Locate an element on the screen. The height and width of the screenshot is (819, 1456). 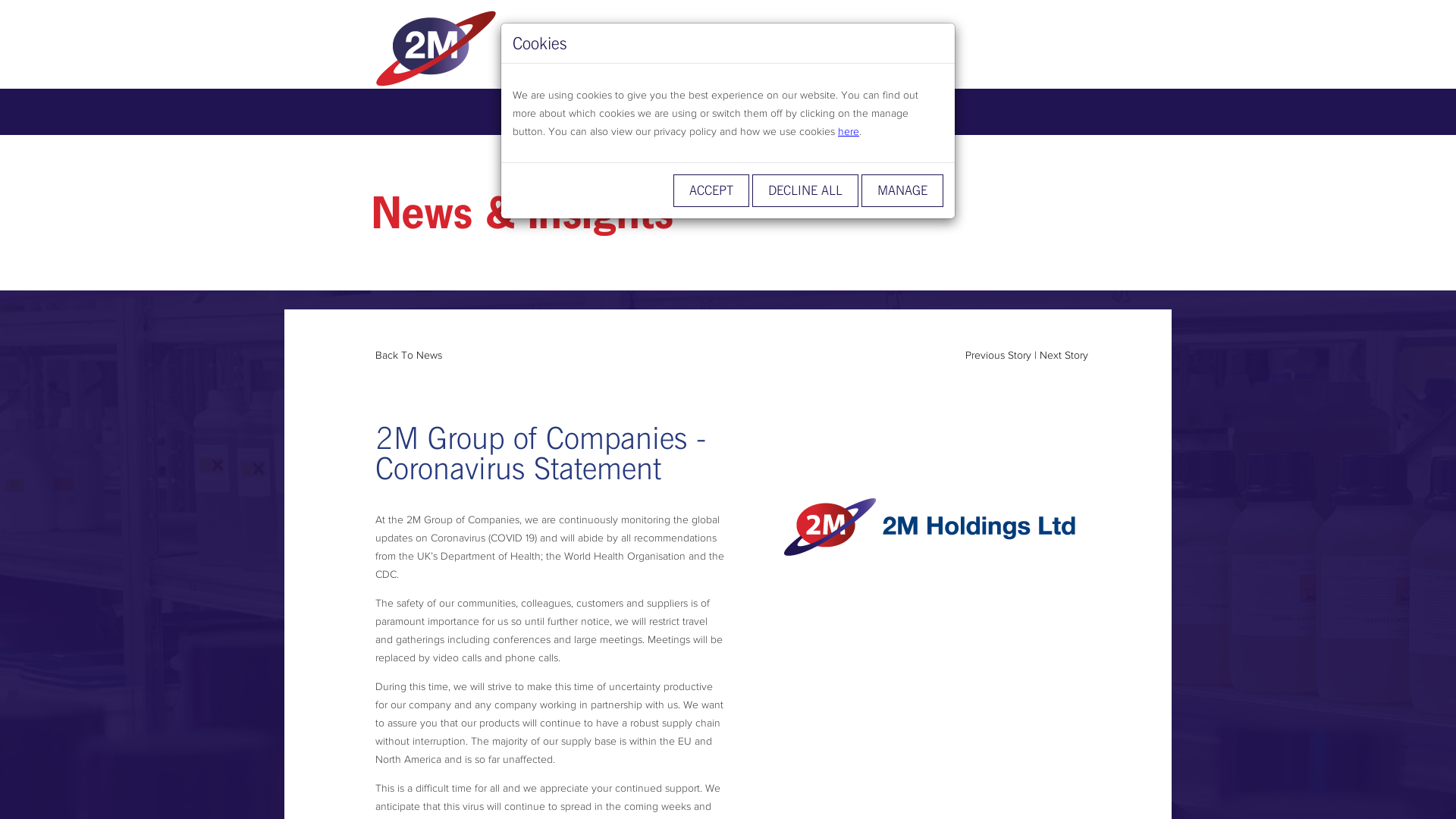
'DECLINE ALL' is located at coordinates (804, 190).